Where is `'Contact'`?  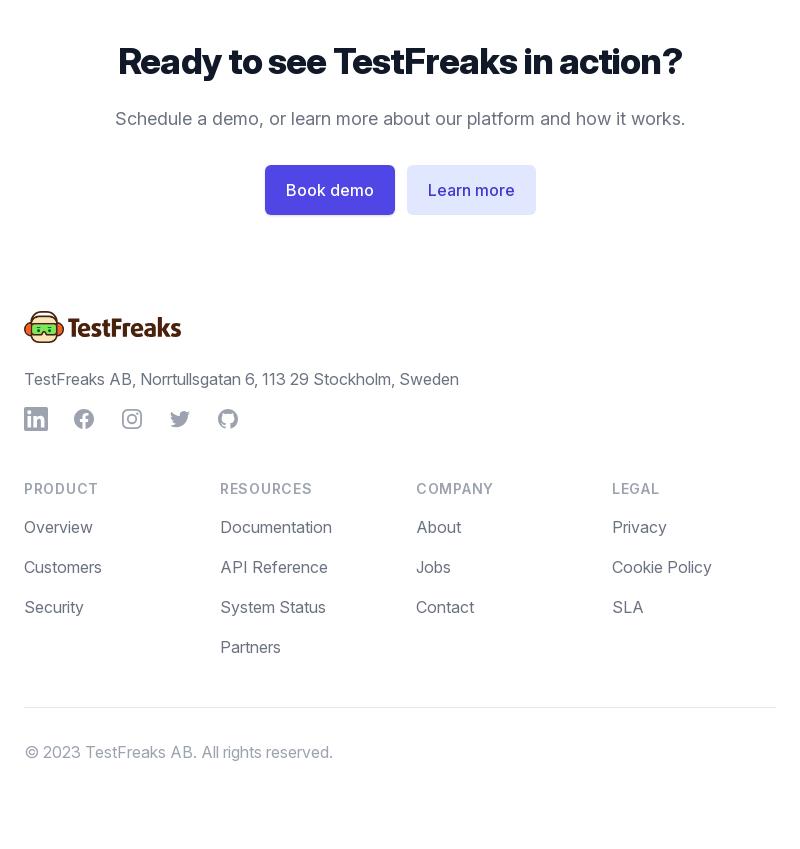
'Contact' is located at coordinates (444, 606).